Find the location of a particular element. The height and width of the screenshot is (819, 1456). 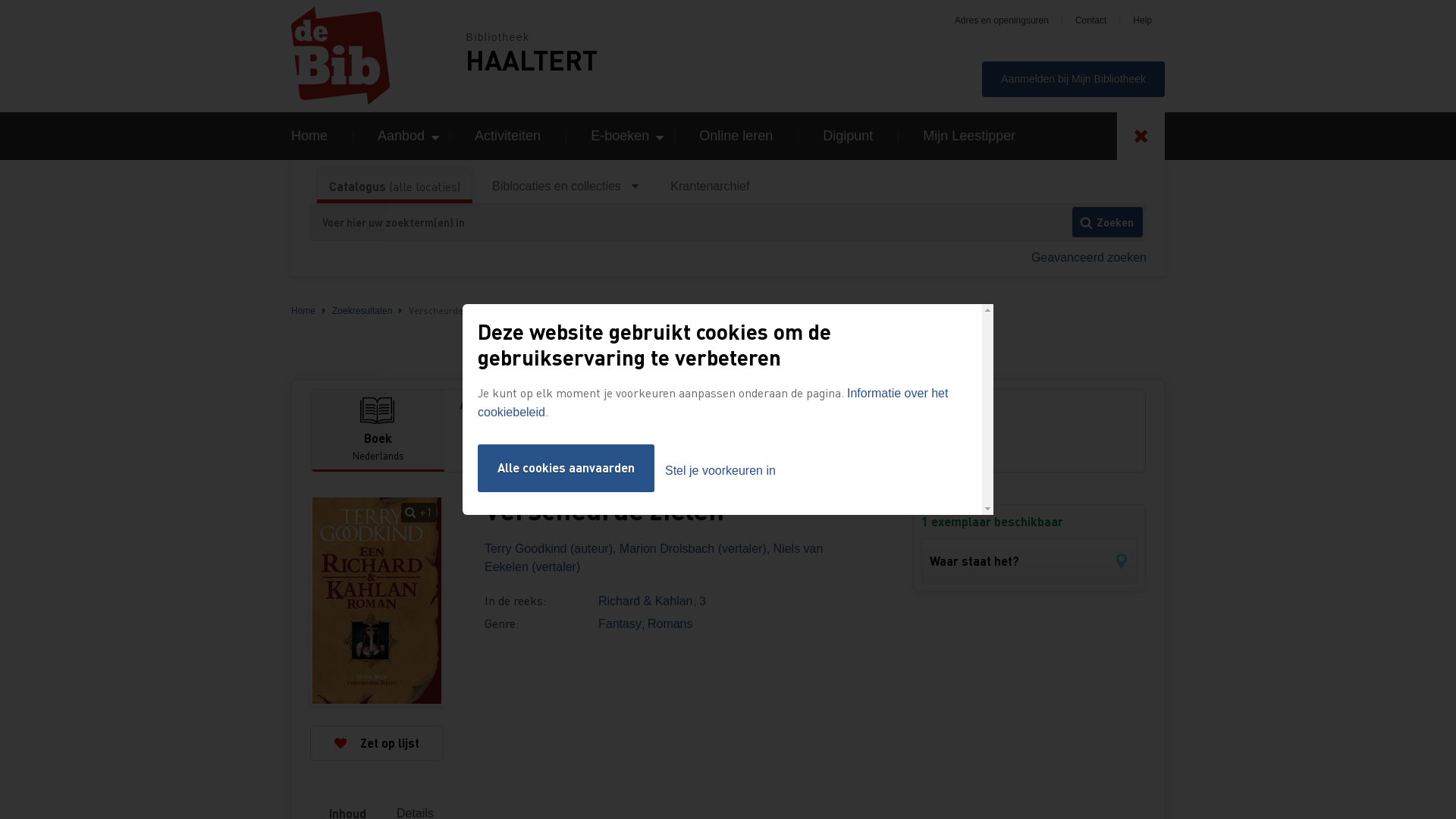

'Zoekresultaten' is located at coordinates (361, 309).